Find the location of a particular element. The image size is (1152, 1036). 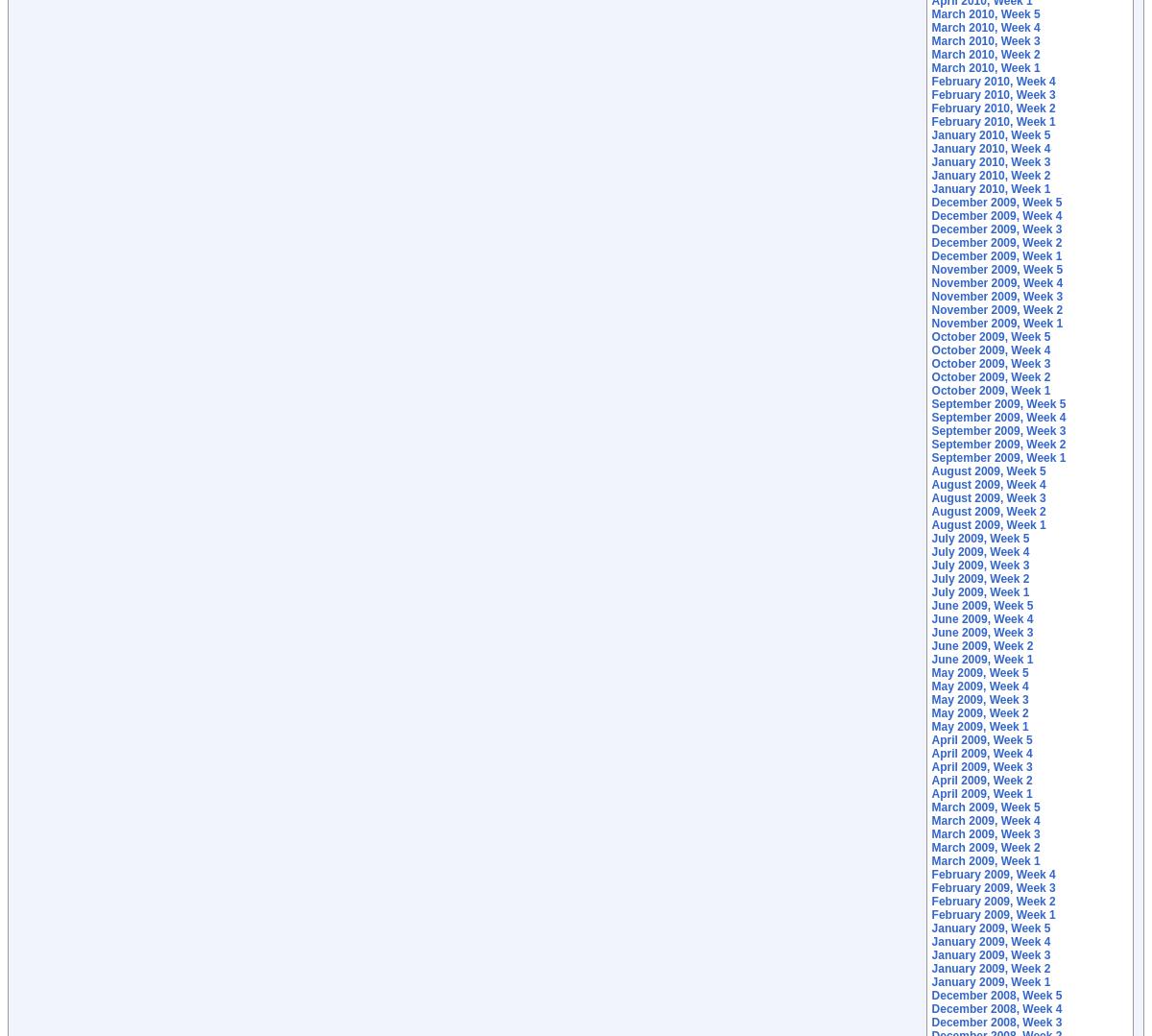

'January 2010, Week 3' is located at coordinates (991, 161).